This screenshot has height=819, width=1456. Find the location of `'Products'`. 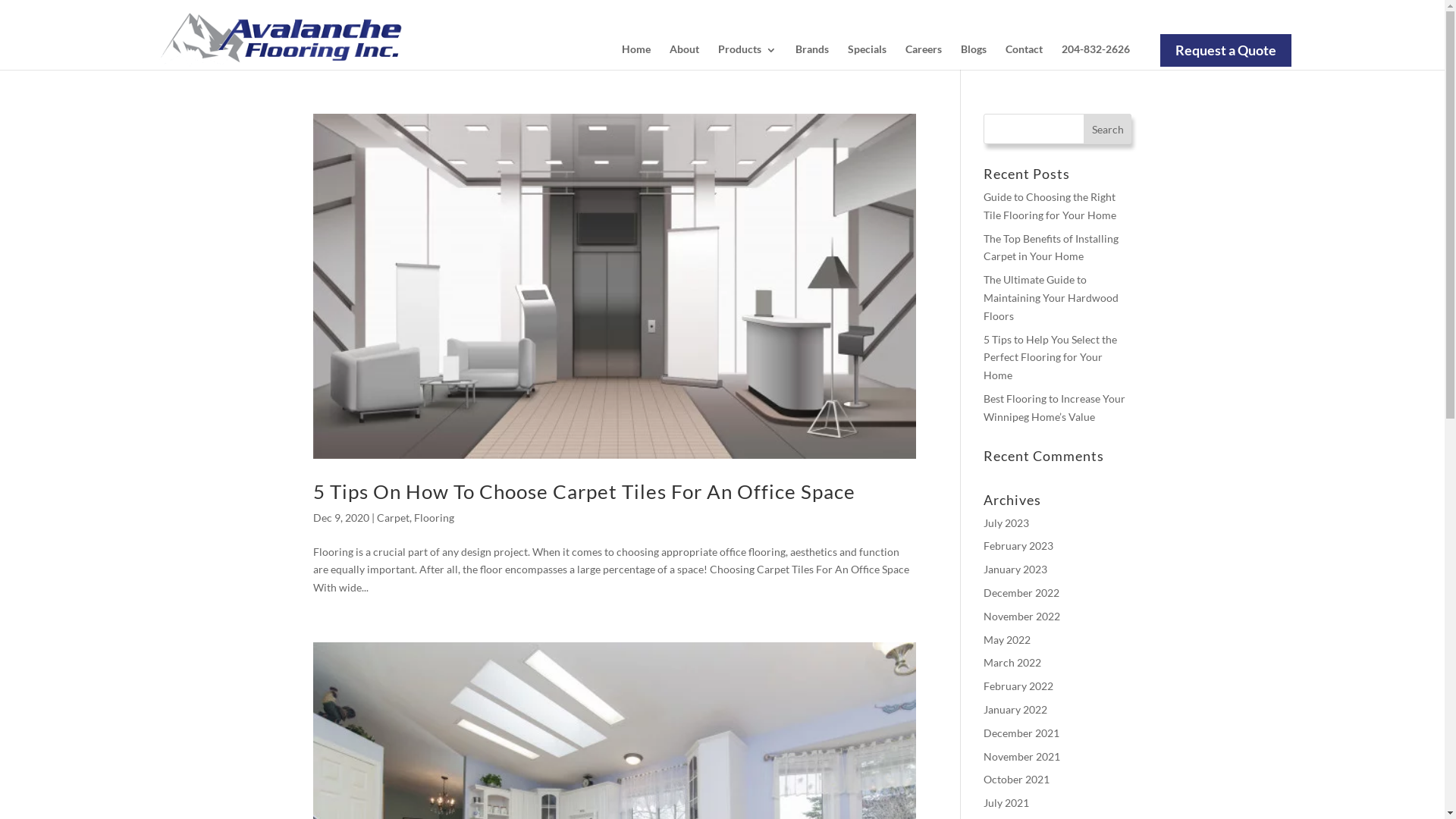

'Products' is located at coordinates (746, 51).